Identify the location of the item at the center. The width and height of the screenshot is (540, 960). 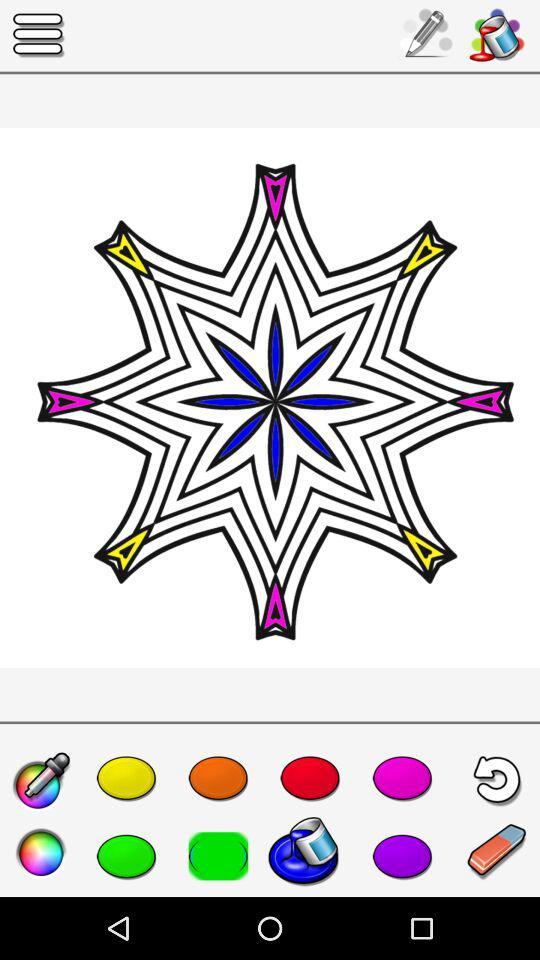
(270, 396).